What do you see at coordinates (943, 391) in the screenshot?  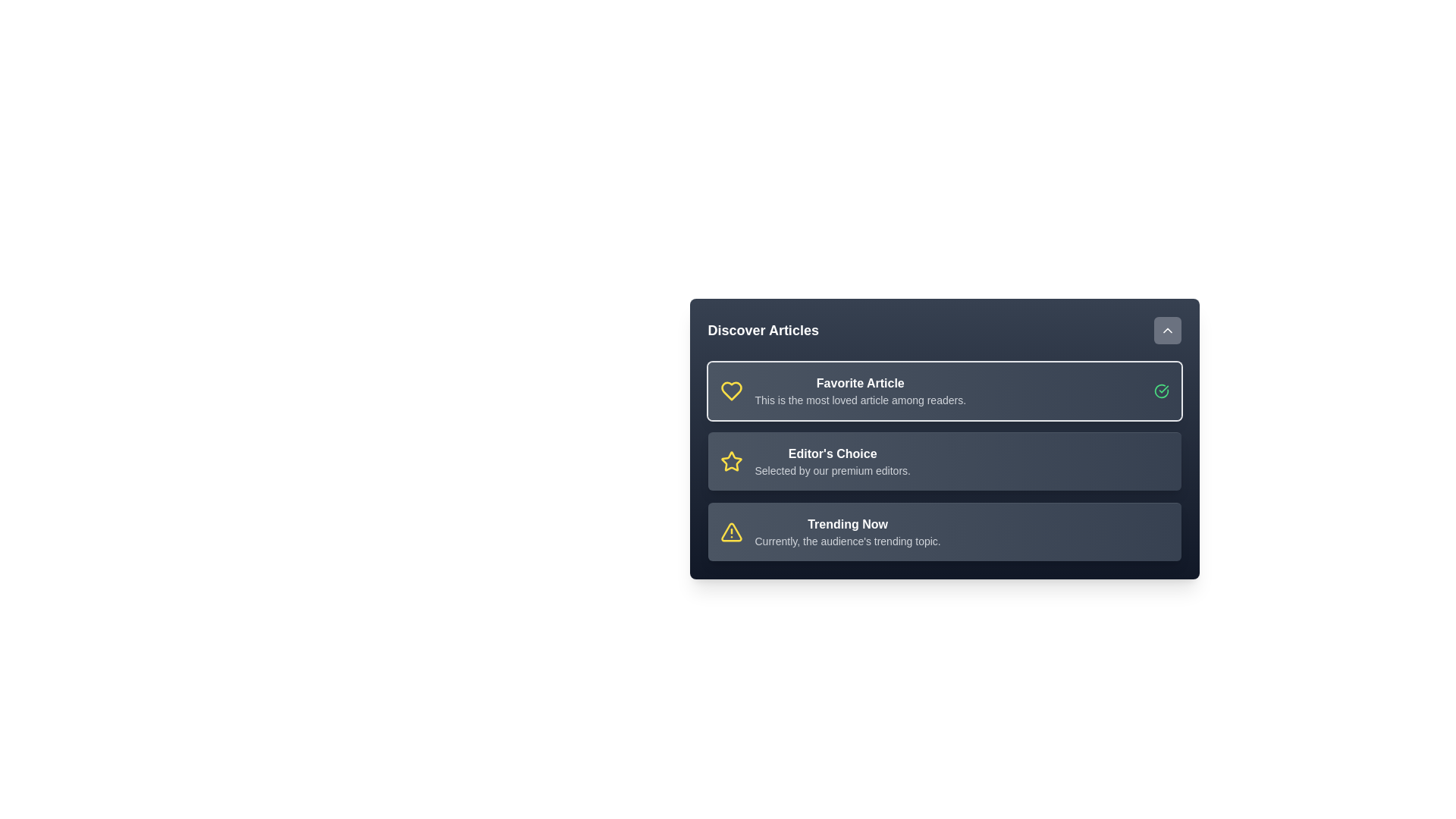 I see `the article titled Favorite Article` at bounding box center [943, 391].